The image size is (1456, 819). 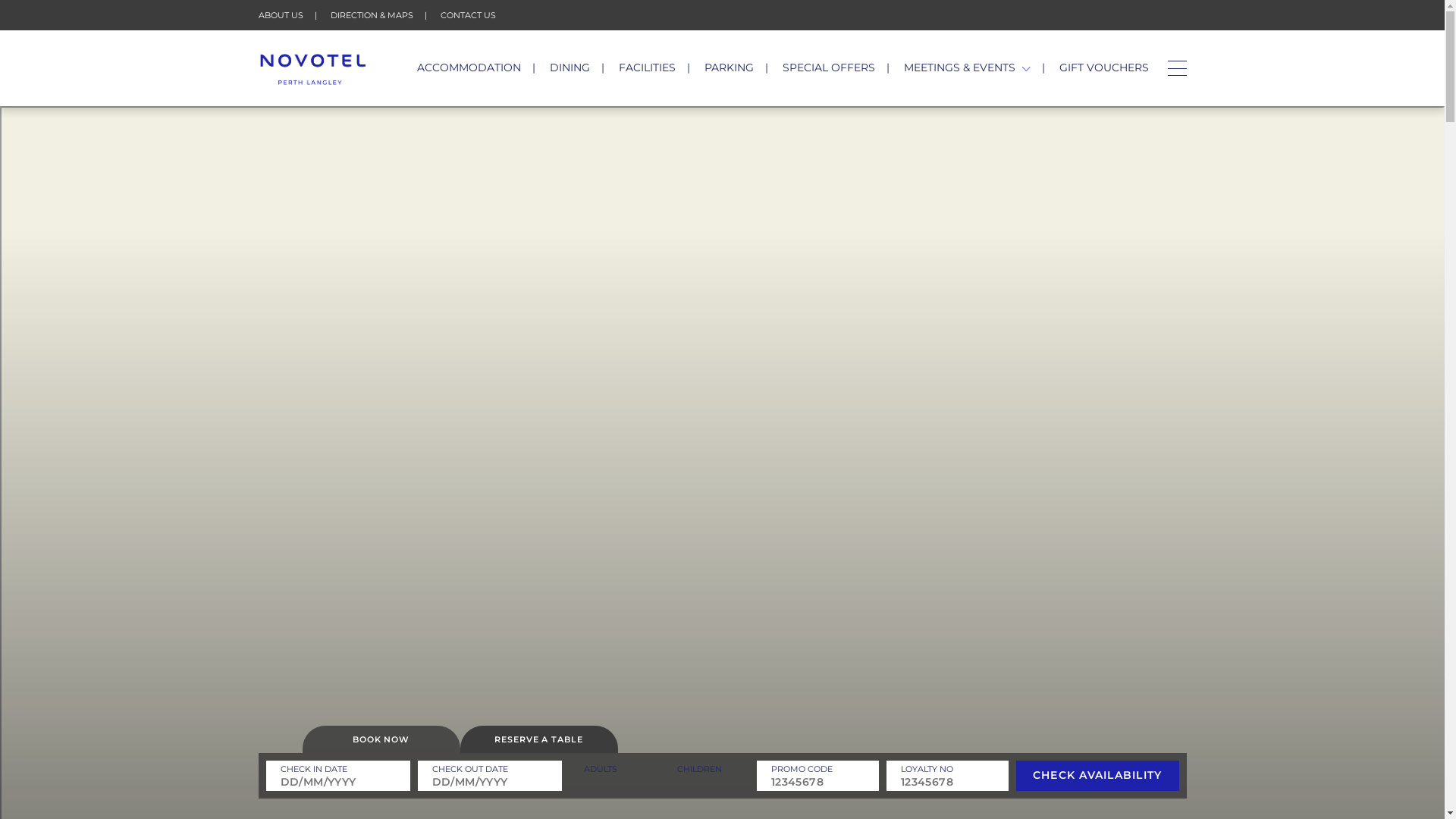 I want to click on 'ABOUT US', so click(x=258, y=14).